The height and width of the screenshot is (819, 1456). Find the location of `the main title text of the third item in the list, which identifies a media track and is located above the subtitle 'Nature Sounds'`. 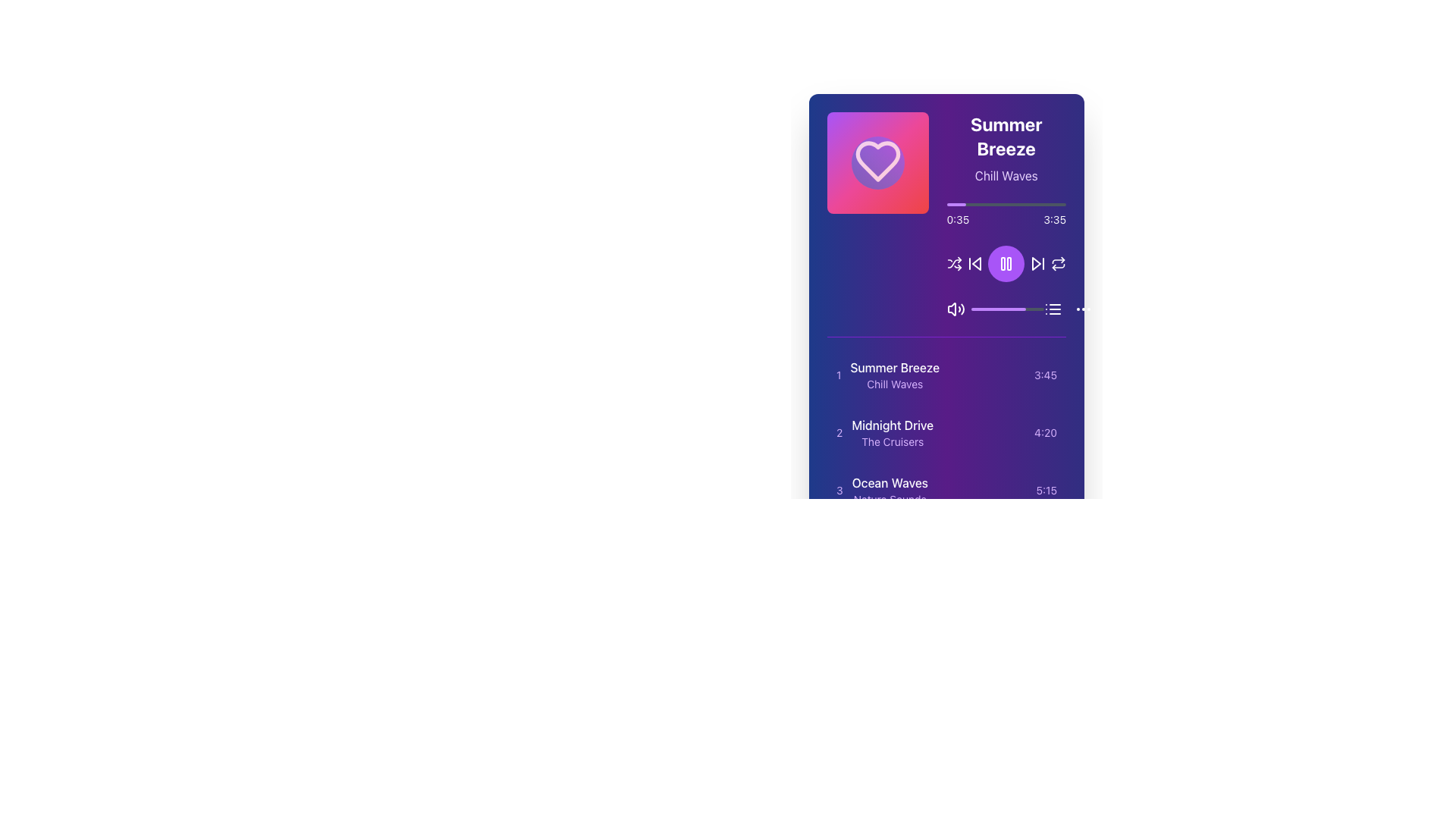

the main title text of the third item in the list, which identifies a media track and is located above the subtitle 'Nature Sounds' is located at coordinates (890, 482).